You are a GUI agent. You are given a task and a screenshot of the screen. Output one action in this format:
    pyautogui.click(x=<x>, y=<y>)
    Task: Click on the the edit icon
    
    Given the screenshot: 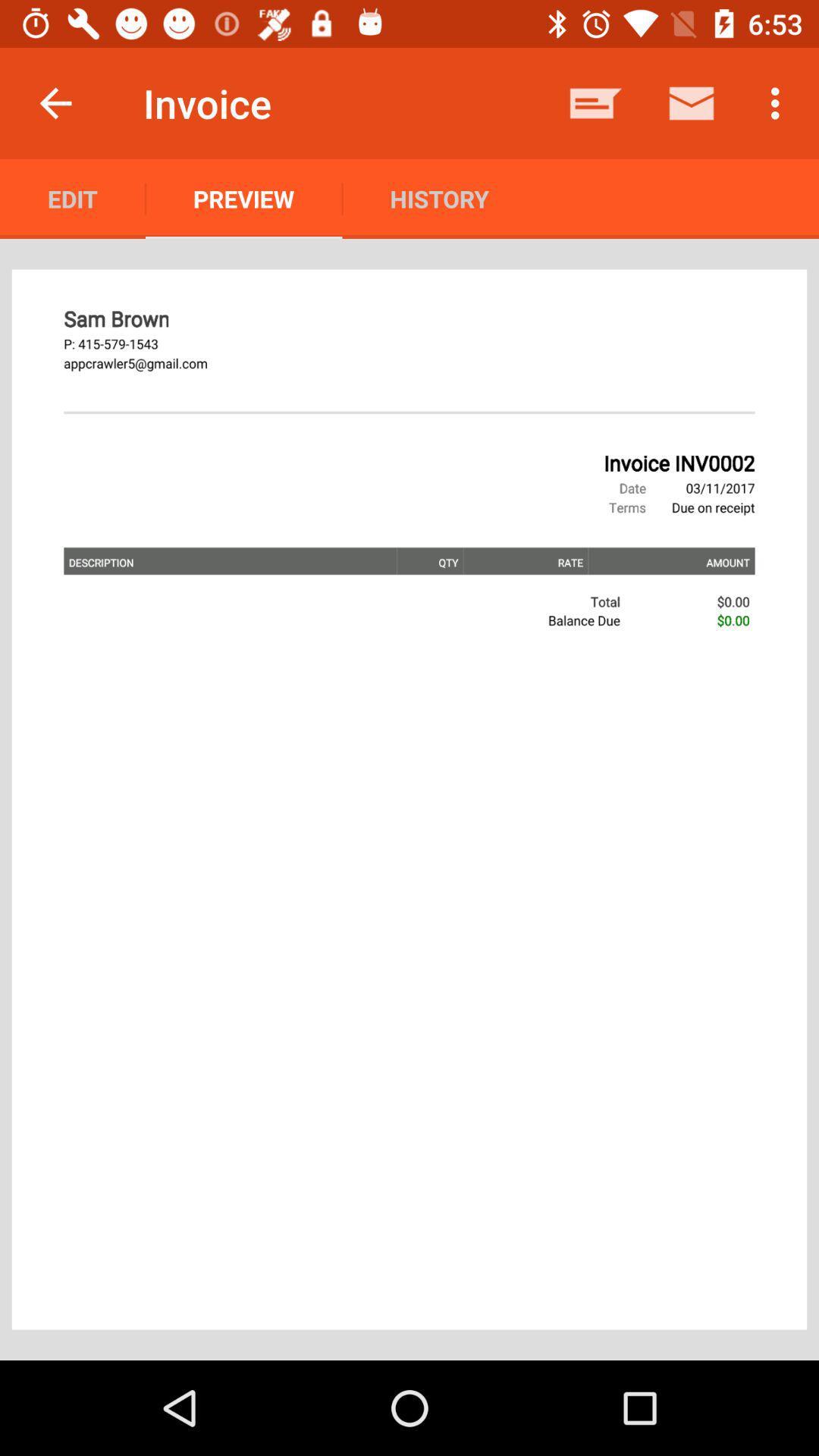 What is the action you would take?
    pyautogui.click(x=73, y=198)
    